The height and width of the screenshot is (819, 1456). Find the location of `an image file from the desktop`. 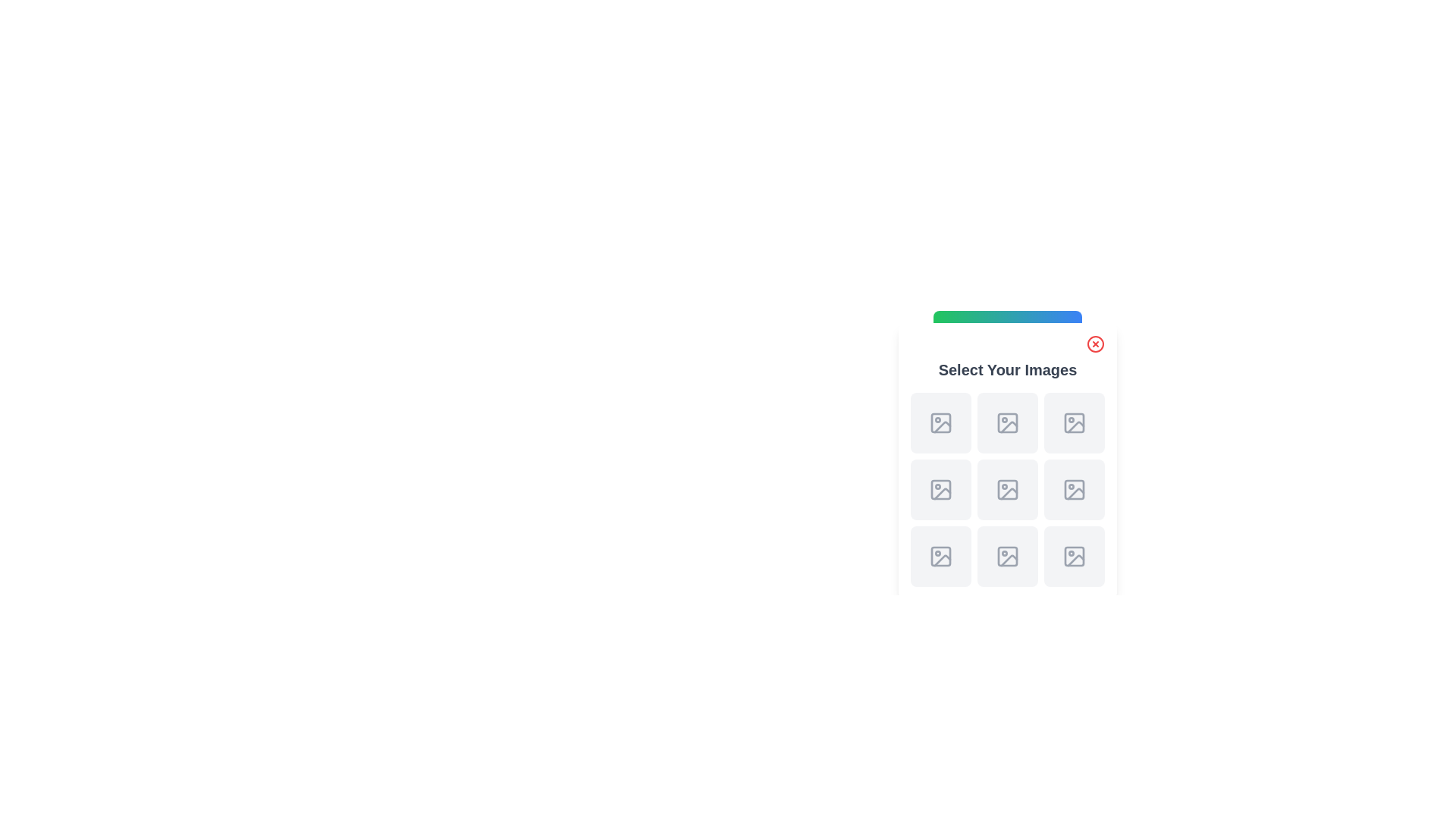

an image file from the desktop is located at coordinates (940, 423).